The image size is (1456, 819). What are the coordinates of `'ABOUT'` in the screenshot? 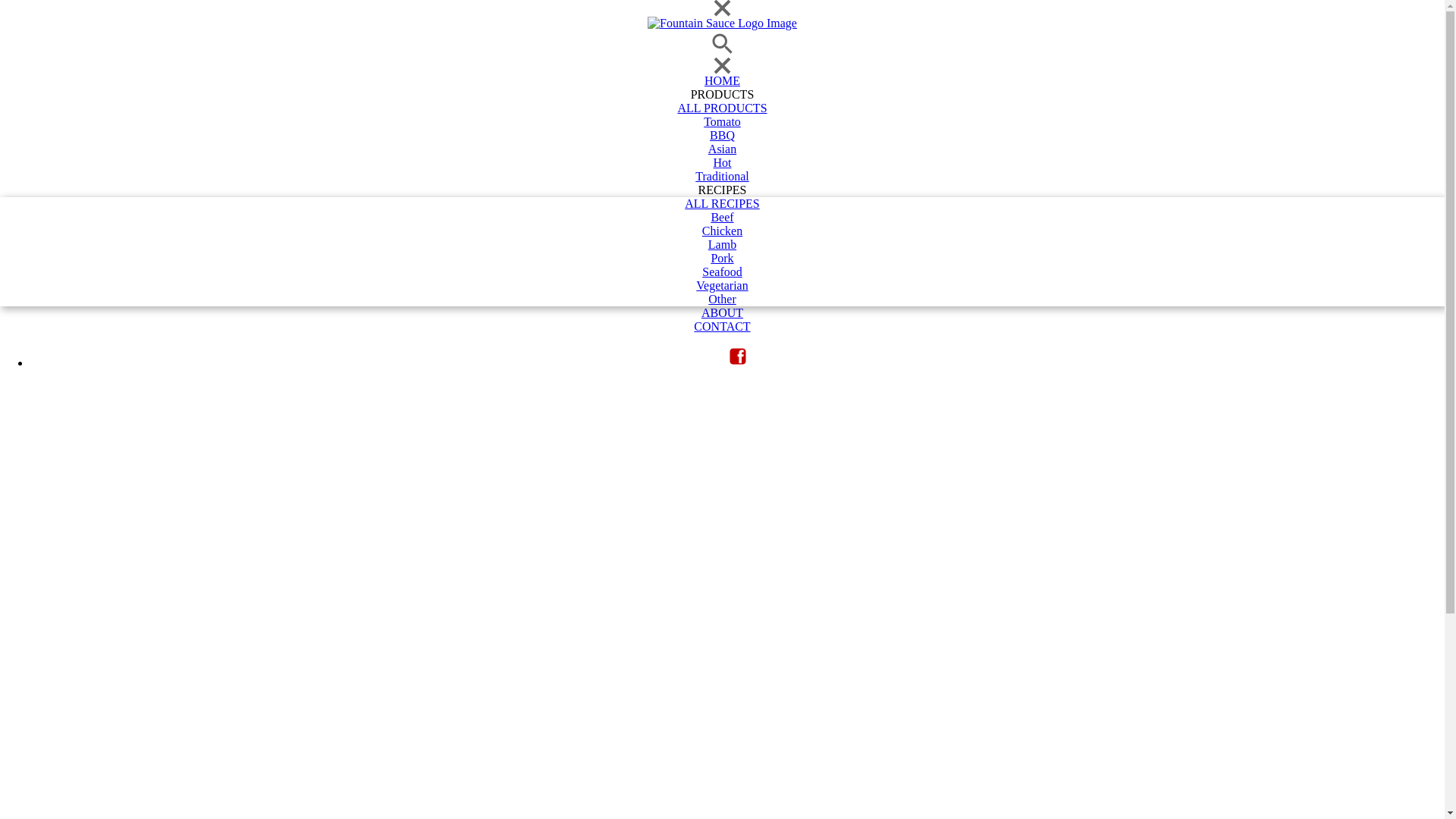 It's located at (0, 312).